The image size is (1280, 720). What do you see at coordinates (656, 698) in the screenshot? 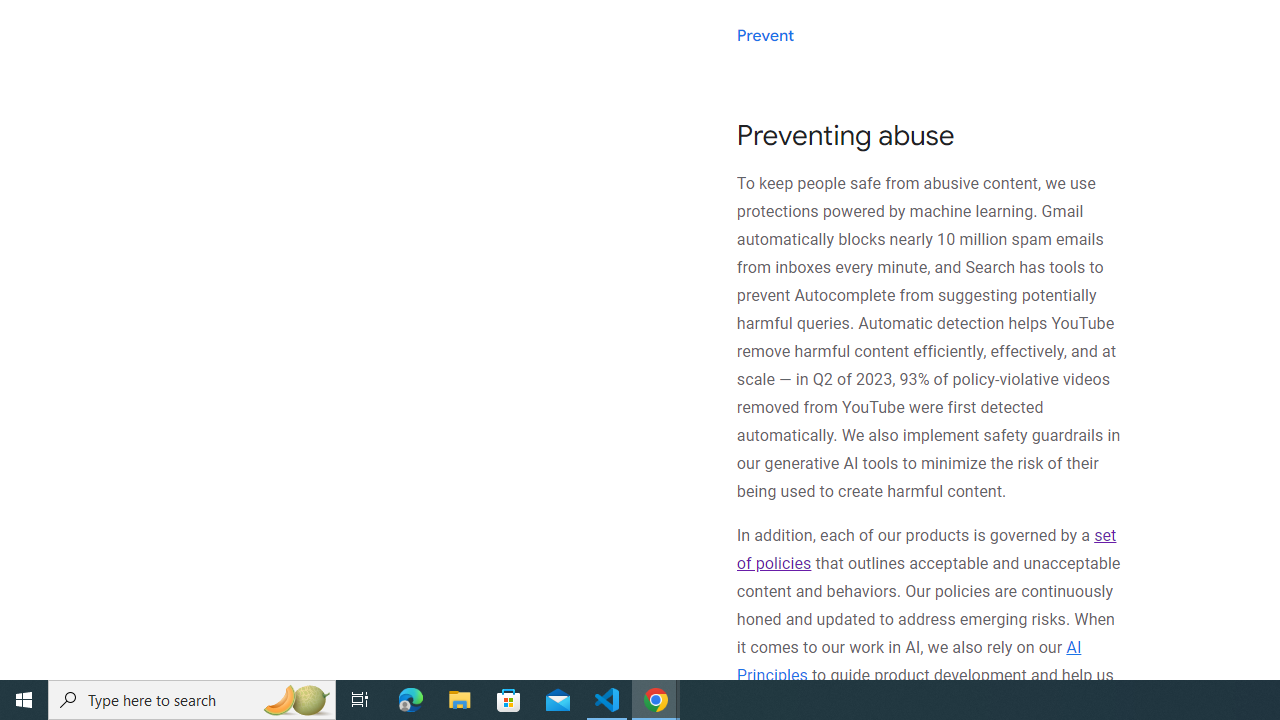
I see `'Google Chrome - 2 running windows'` at bounding box center [656, 698].